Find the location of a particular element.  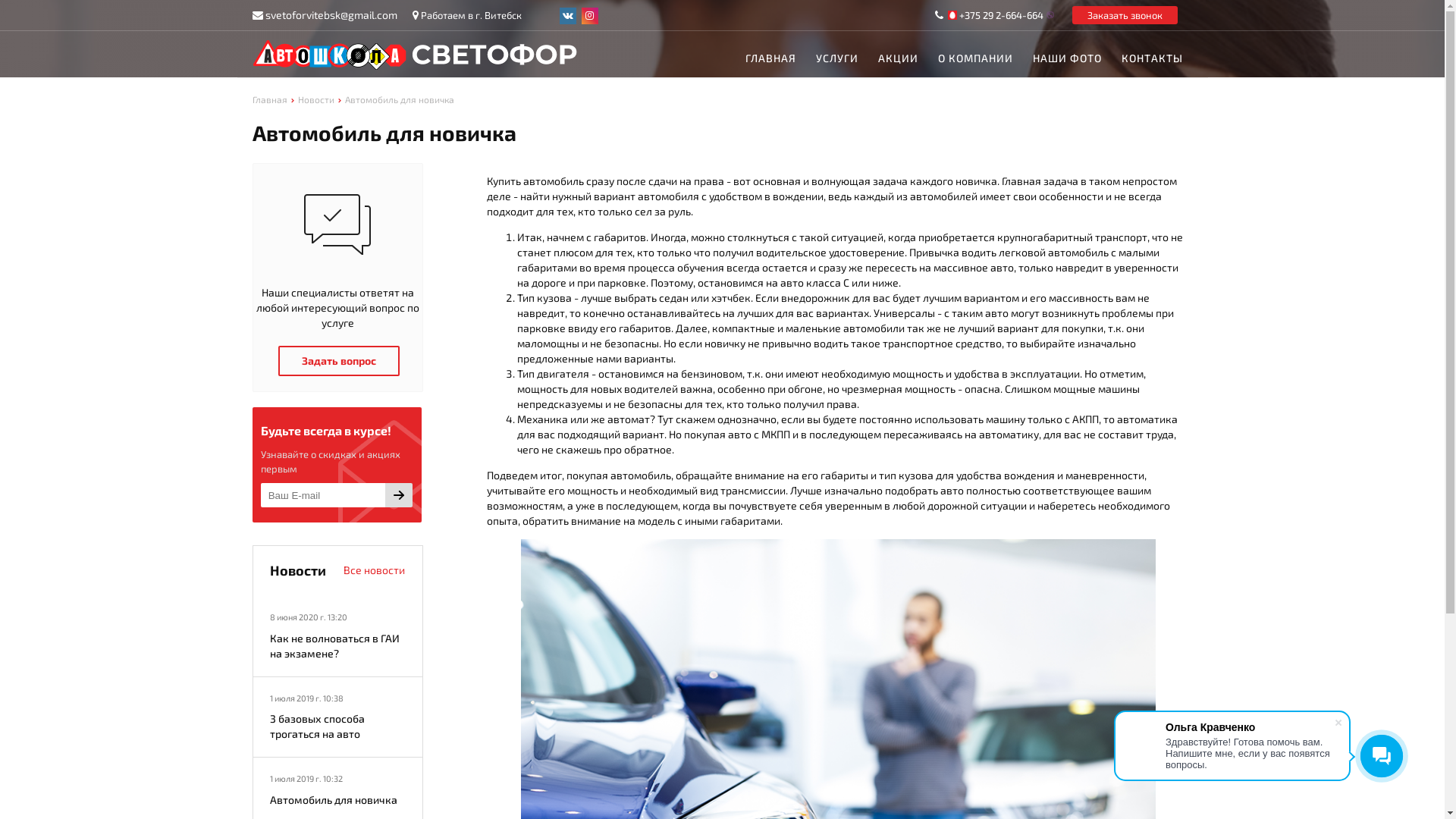

'svetoforvitebsk@gmail.com' is located at coordinates (330, 14).